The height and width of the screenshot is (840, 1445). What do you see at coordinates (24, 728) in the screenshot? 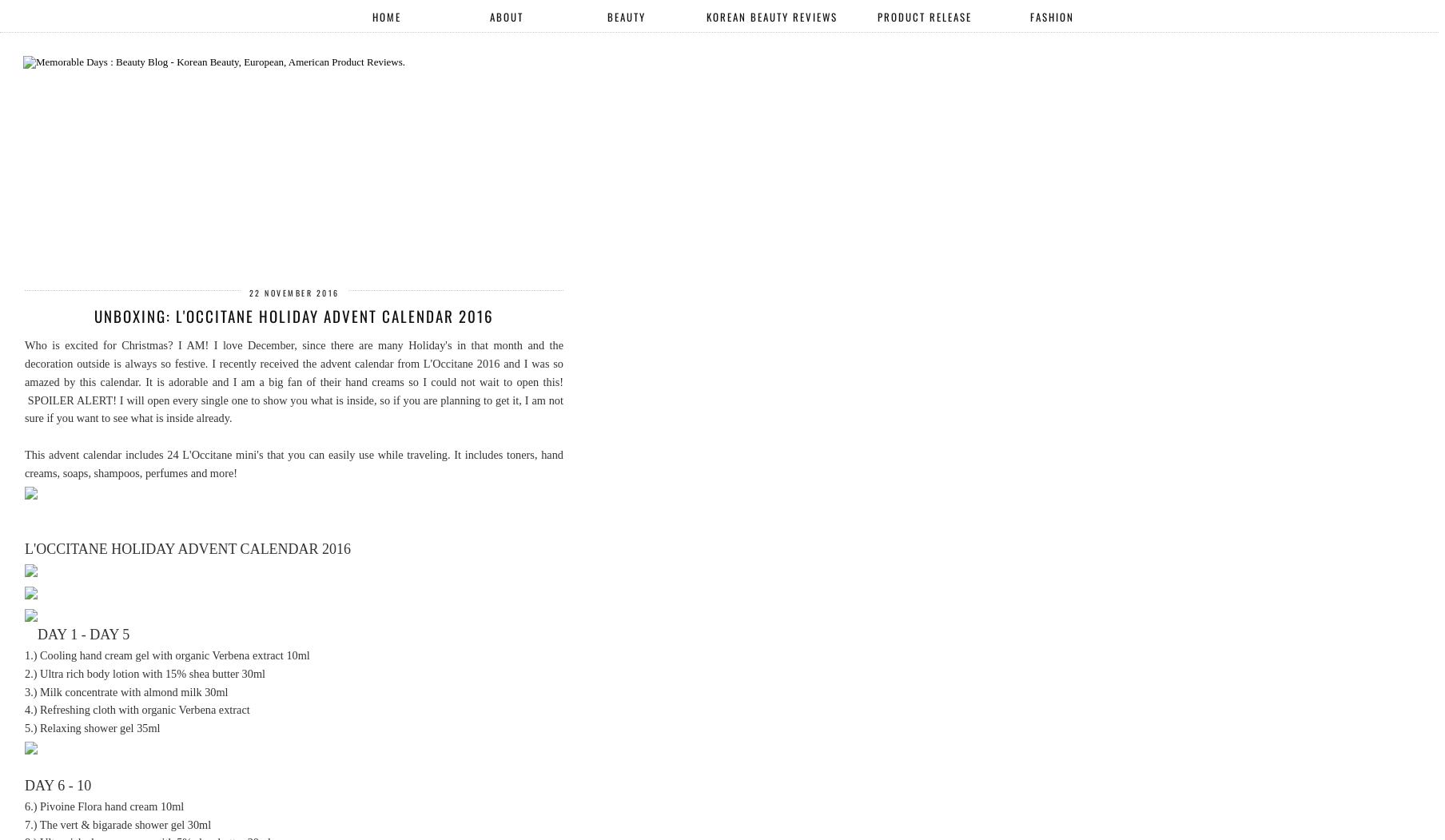
I see `'5.) Relaxing shower gel 35ml'` at bounding box center [24, 728].